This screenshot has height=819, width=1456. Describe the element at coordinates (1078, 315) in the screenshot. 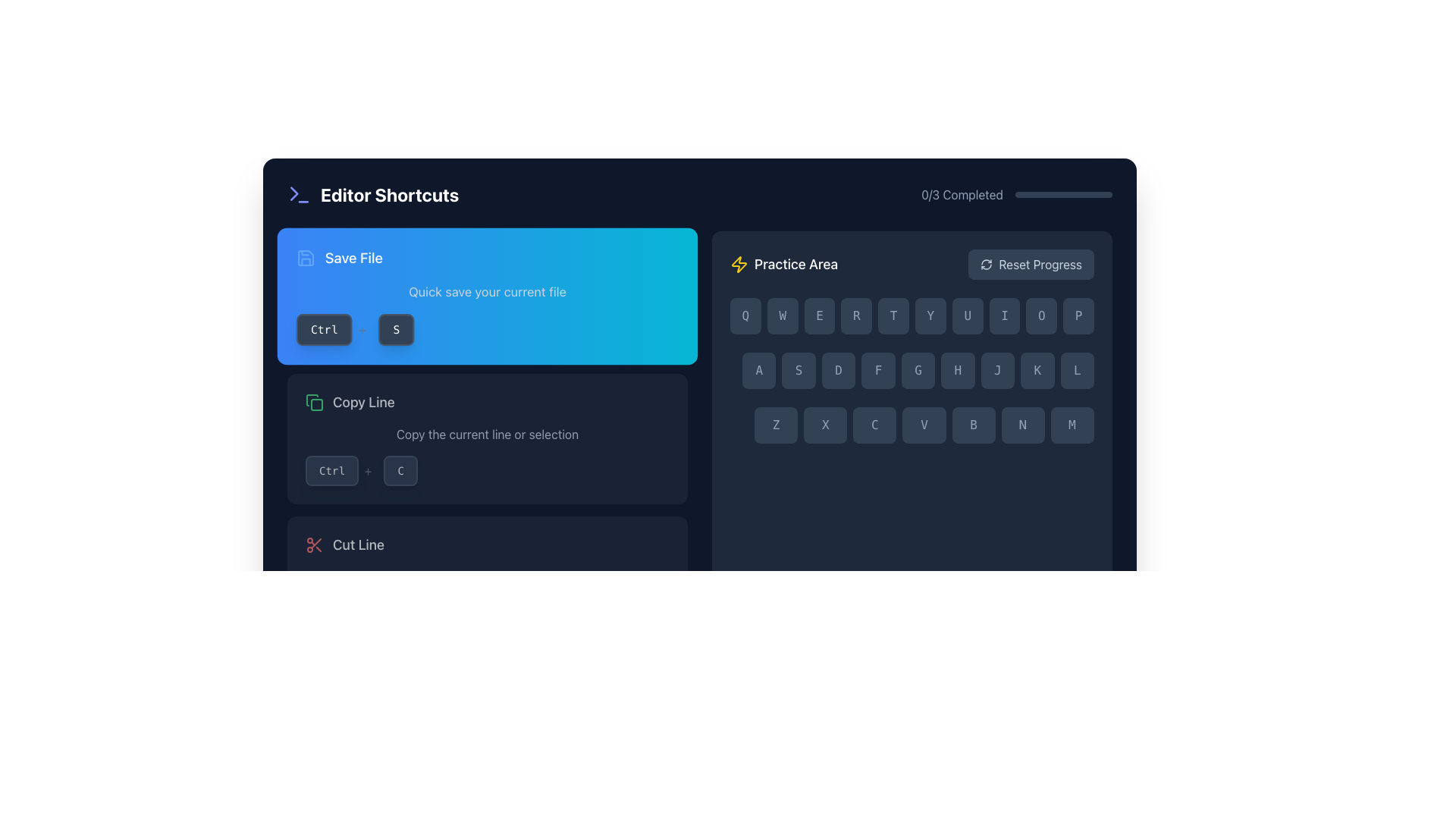

I see `the button representing the letter 'P' on the virtual keyboard` at that location.